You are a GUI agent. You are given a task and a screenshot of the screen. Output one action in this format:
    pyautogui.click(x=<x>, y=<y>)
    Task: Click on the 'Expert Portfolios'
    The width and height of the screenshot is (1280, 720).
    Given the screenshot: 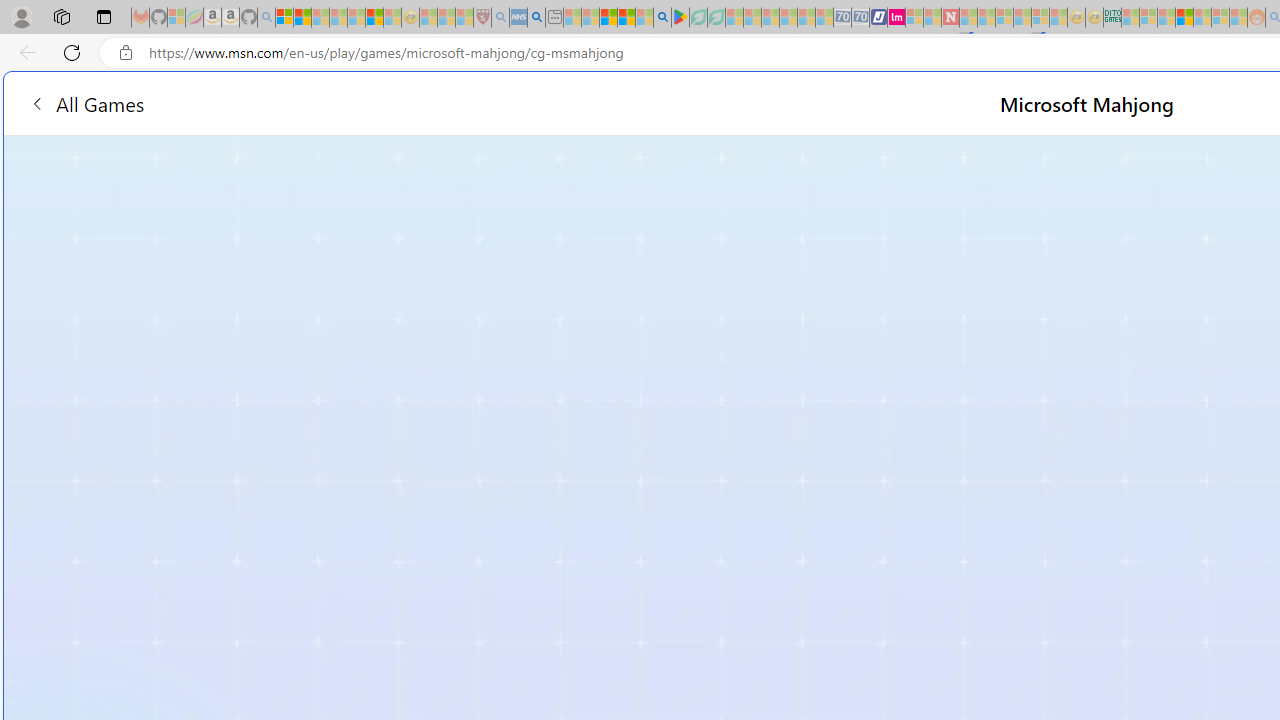 What is the action you would take?
    pyautogui.click(x=1184, y=17)
    